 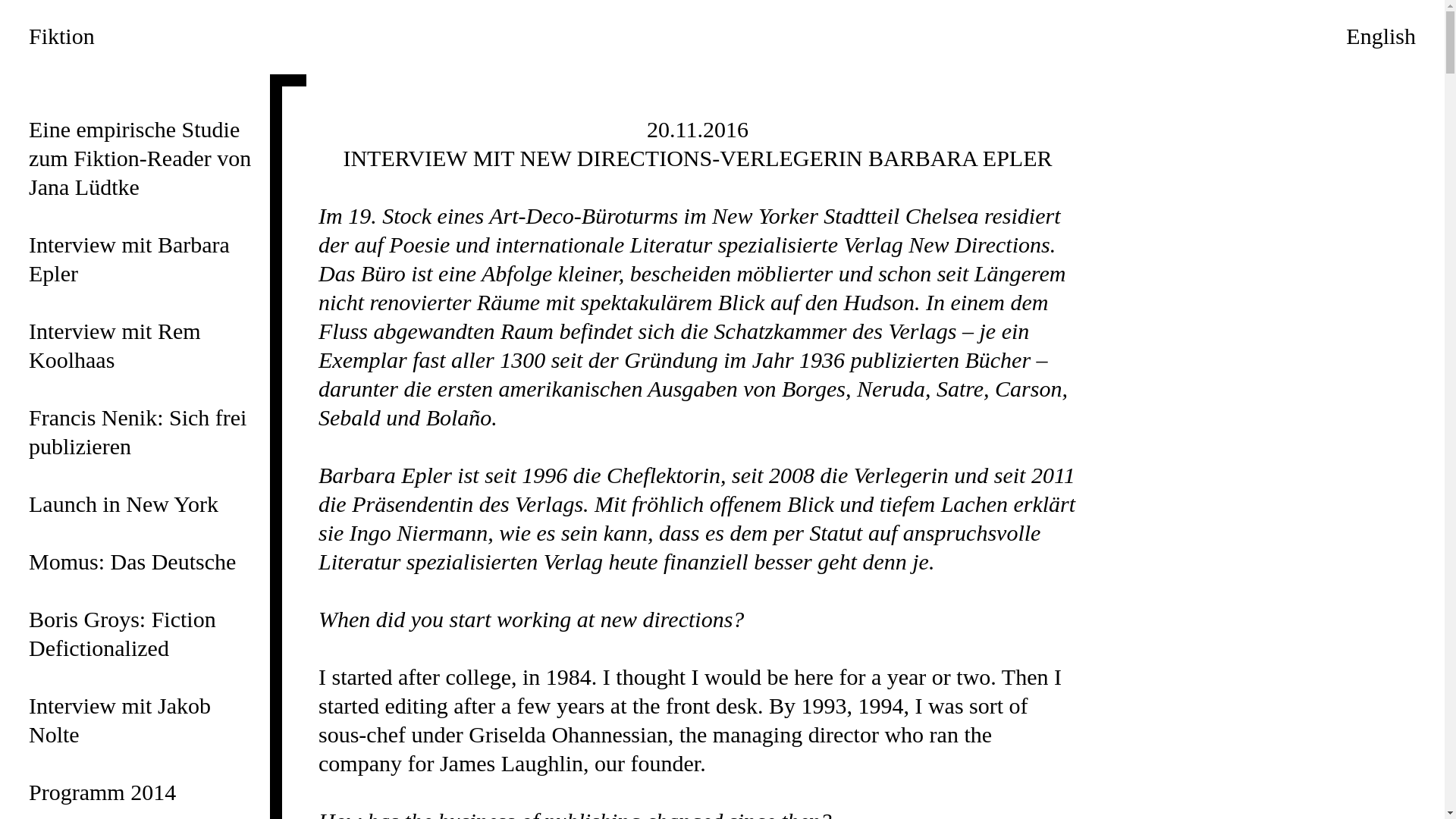 I want to click on 'Launch in New York', so click(x=124, y=504).